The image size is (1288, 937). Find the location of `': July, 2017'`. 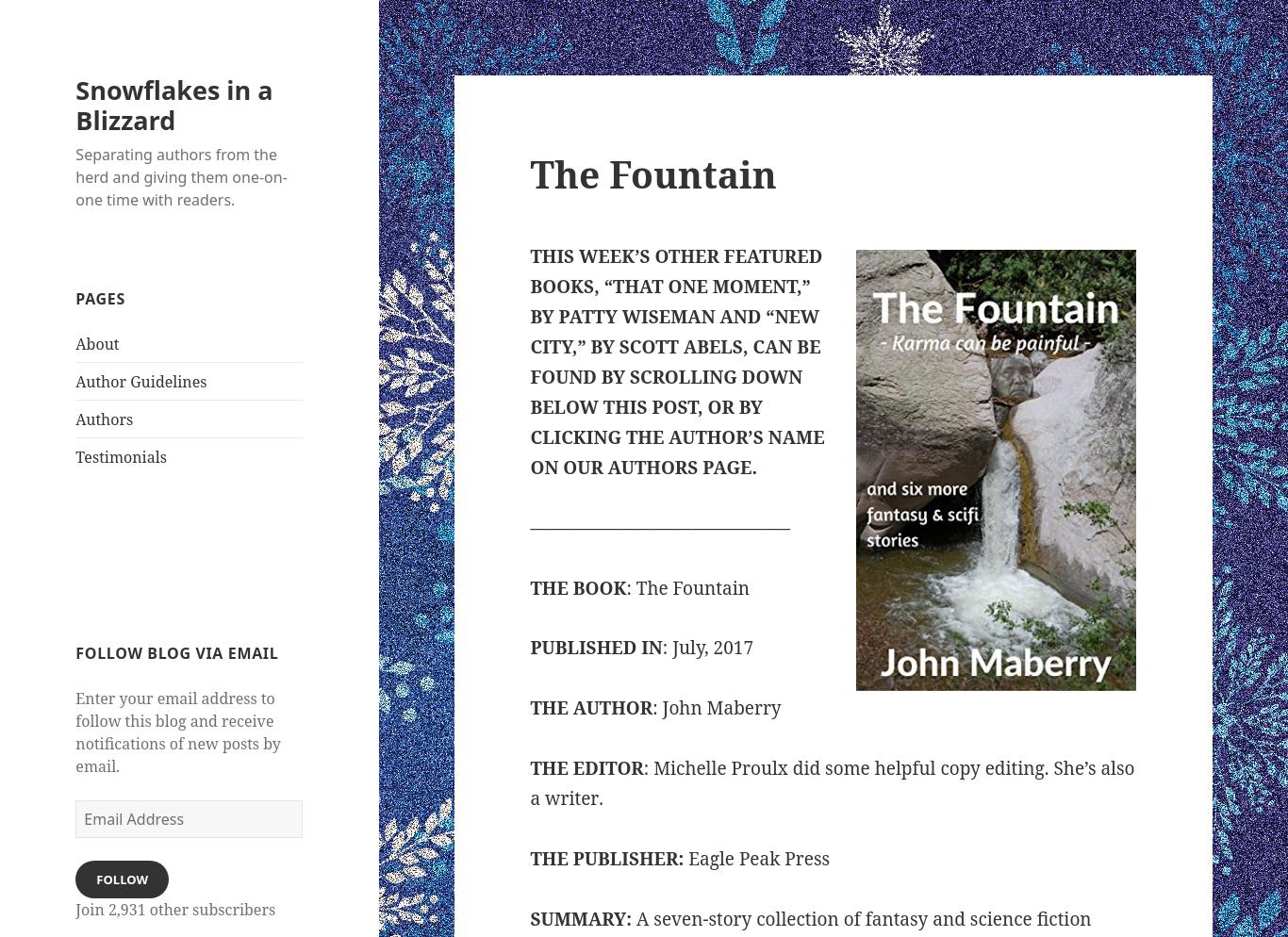

': July, 2017' is located at coordinates (707, 646).